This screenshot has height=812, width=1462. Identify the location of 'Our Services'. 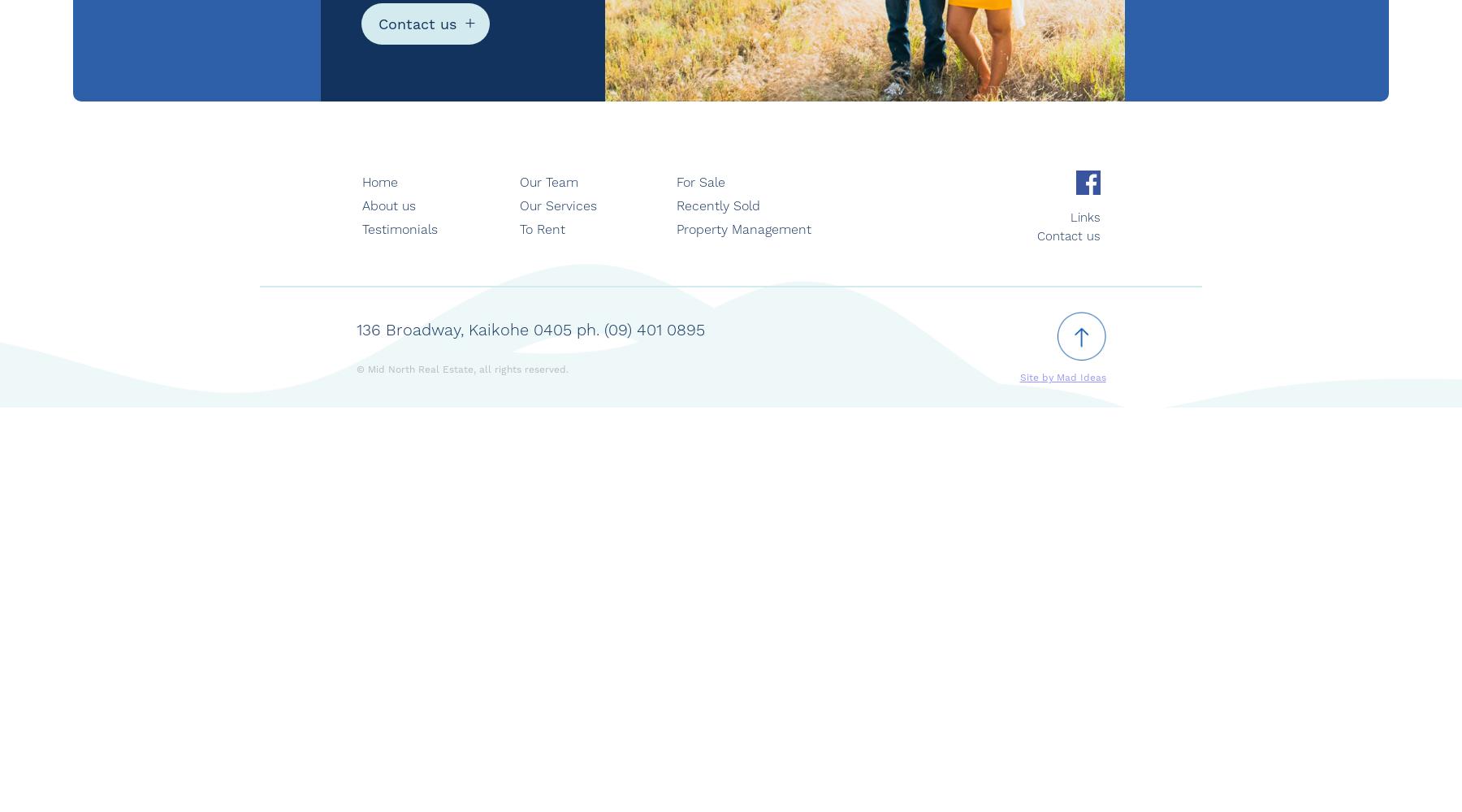
(556, 205).